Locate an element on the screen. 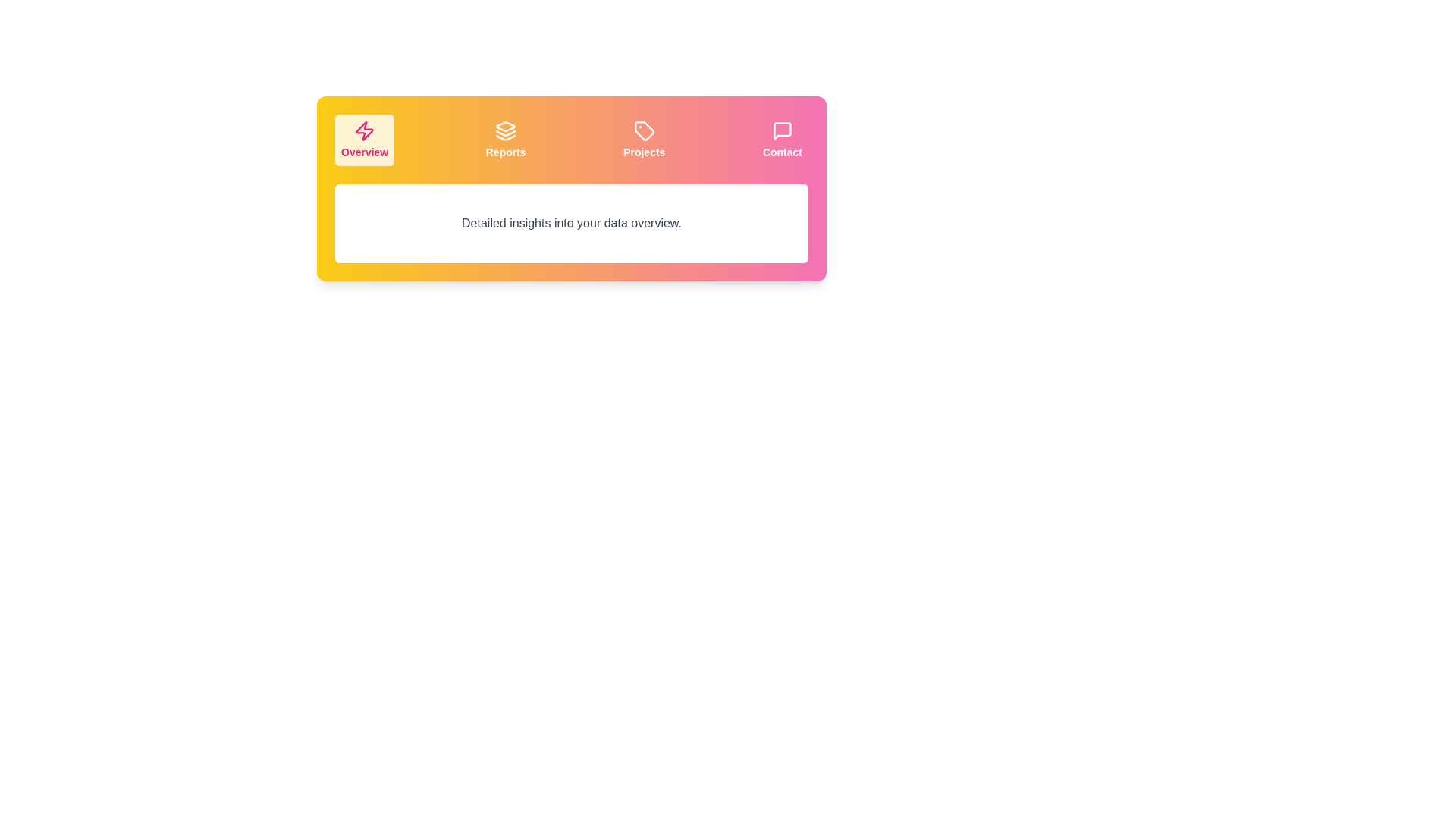  the speech bubble icon located at the top-right corner of the horizontal navigation menu, above the 'Contact' text label is located at coordinates (783, 130).